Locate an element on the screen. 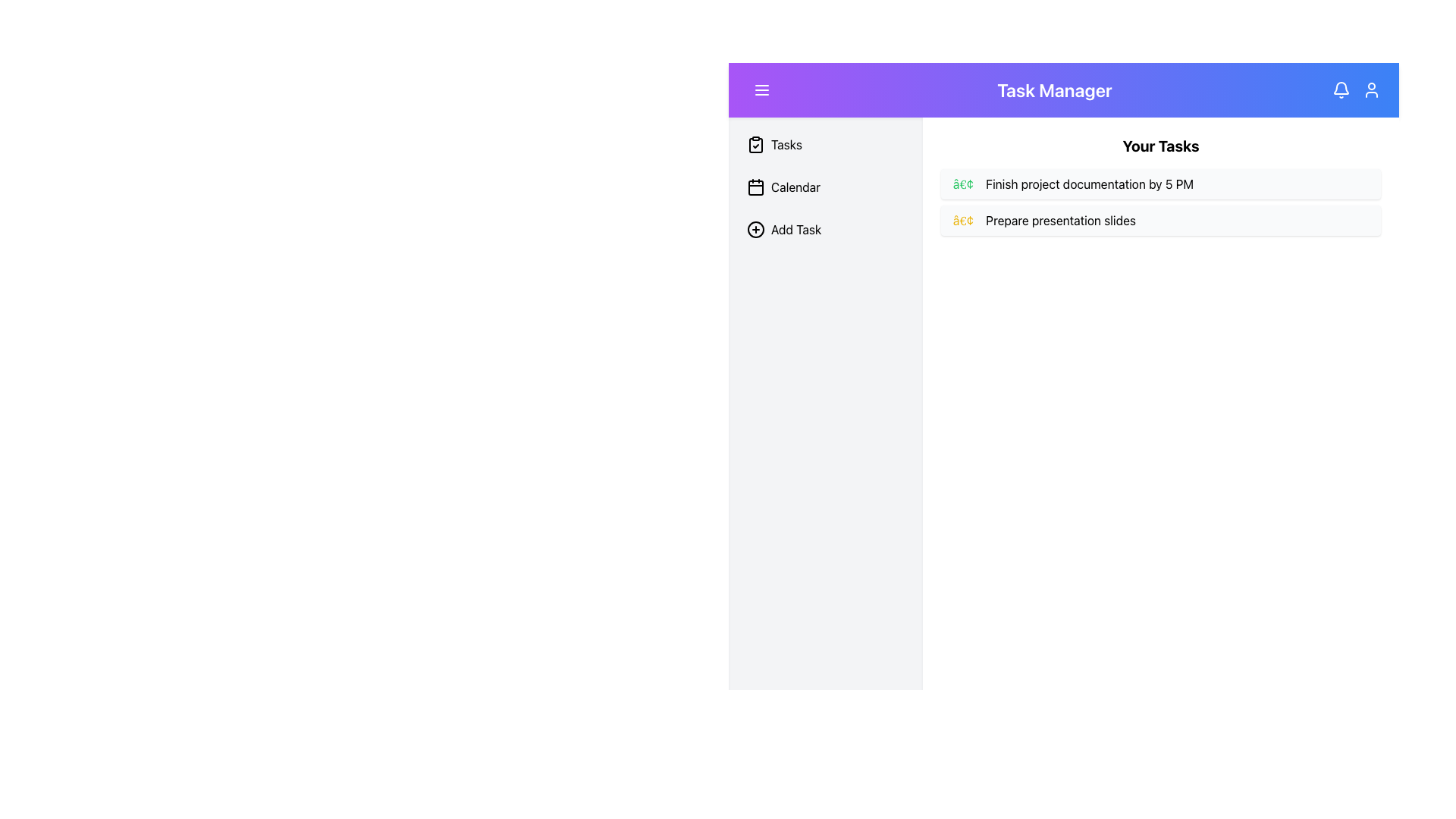 The width and height of the screenshot is (1456, 819). the 'Add New Task' button located in the left sidebar, which is the third interactive item below 'Tasks' and 'Calendar' is located at coordinates (784, 230).